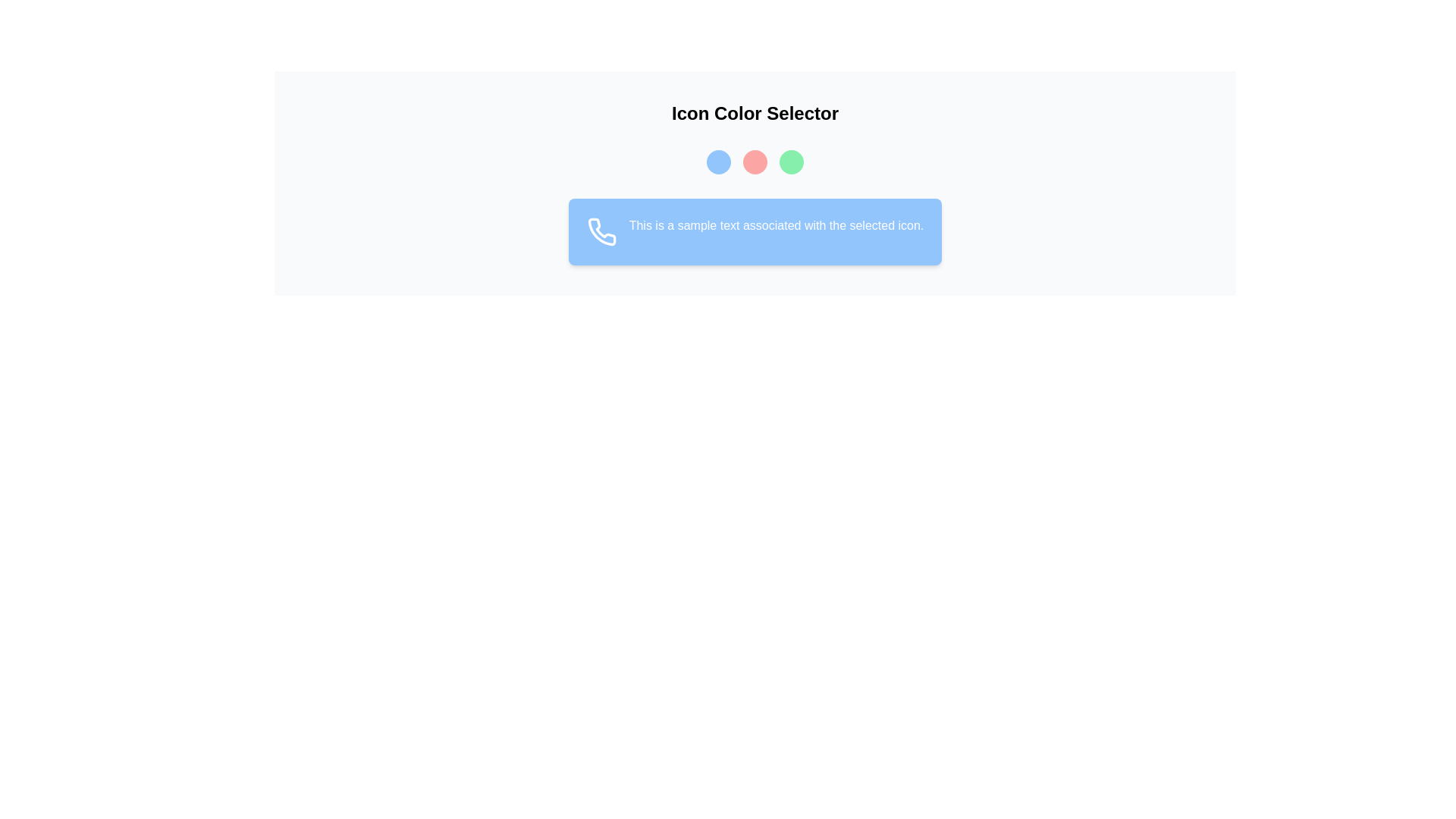 This screenshot has height=819, width=1456. Describe the element at coordinates (776, 231) in the screenshot. I see `the Text Label that provides descriptive information about the icon in the blue rectangular area below the 'Icon Color Selector' heading, located to the right of the phone icon` at that location.